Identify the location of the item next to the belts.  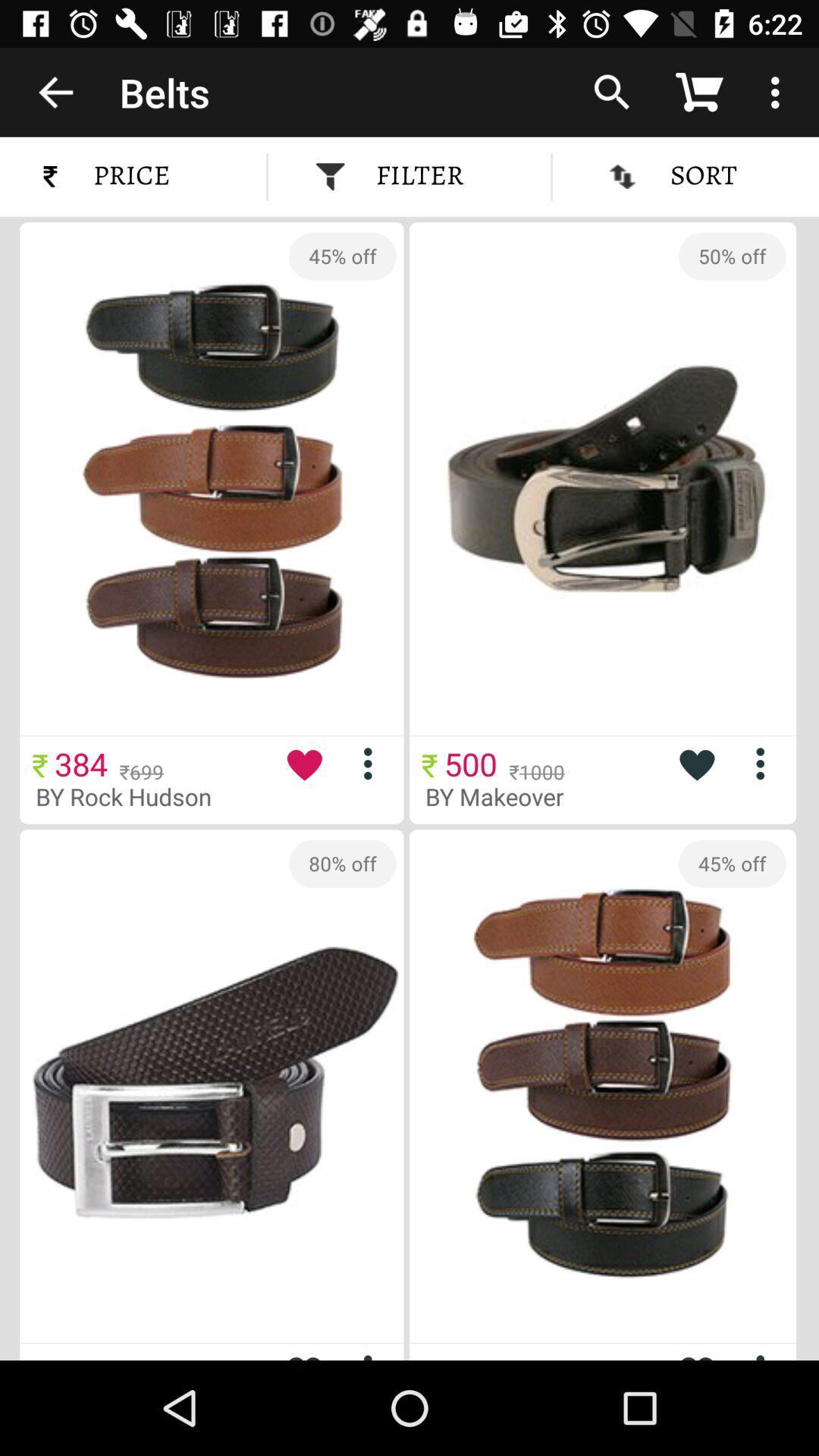
(55, 91).